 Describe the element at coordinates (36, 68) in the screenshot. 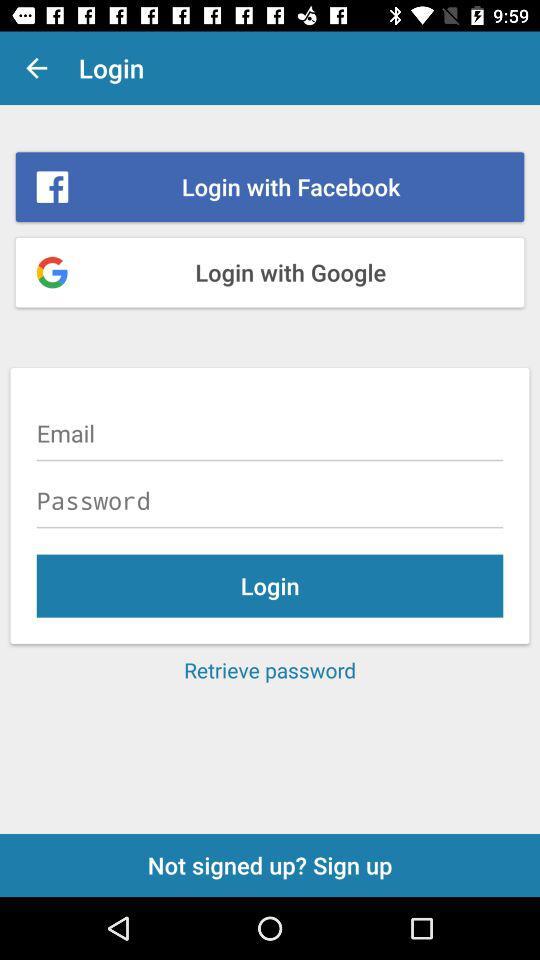

I see `item to the left of login item` at that location.